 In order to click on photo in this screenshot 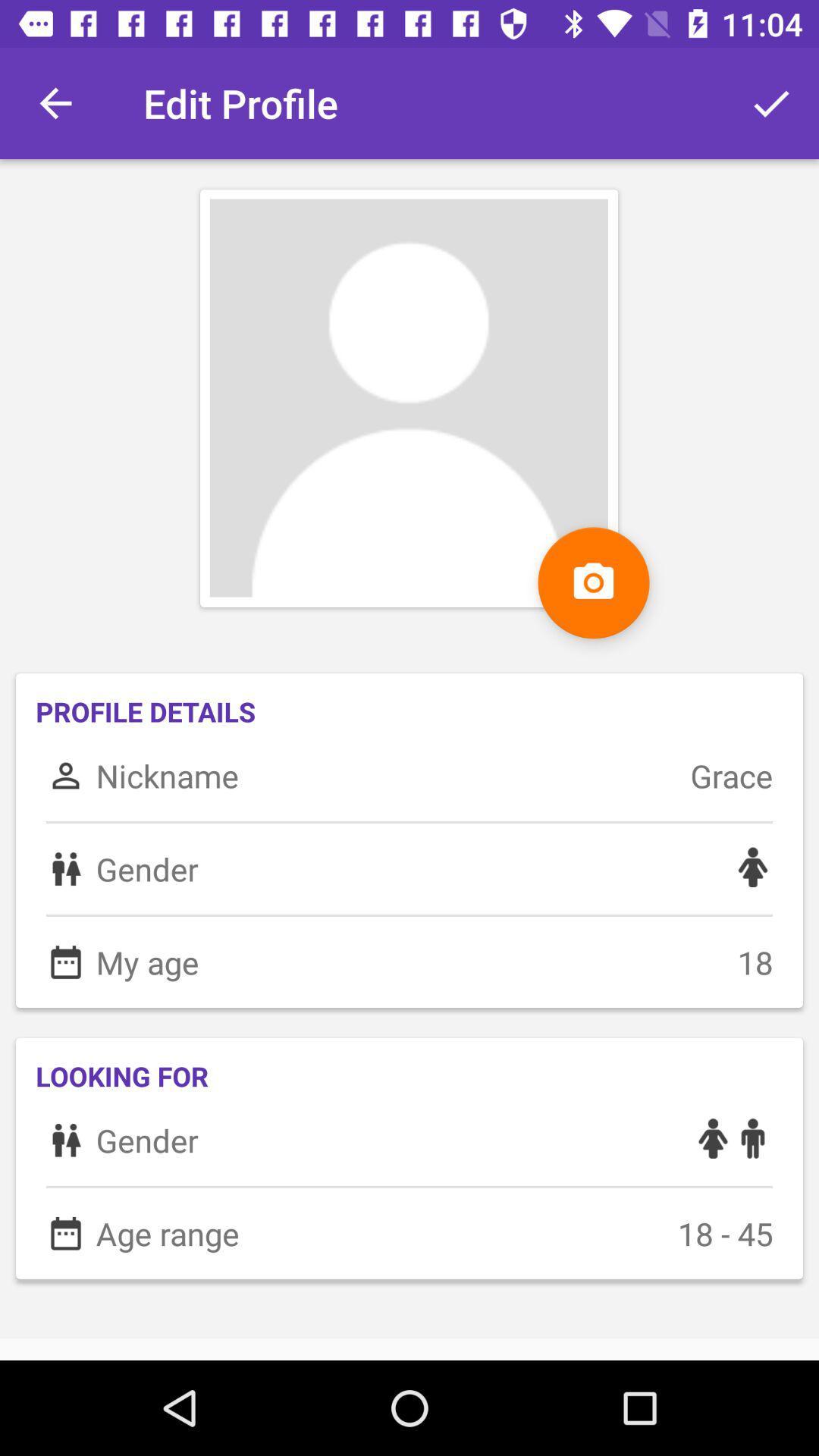, I will do `click(593, 582)`.